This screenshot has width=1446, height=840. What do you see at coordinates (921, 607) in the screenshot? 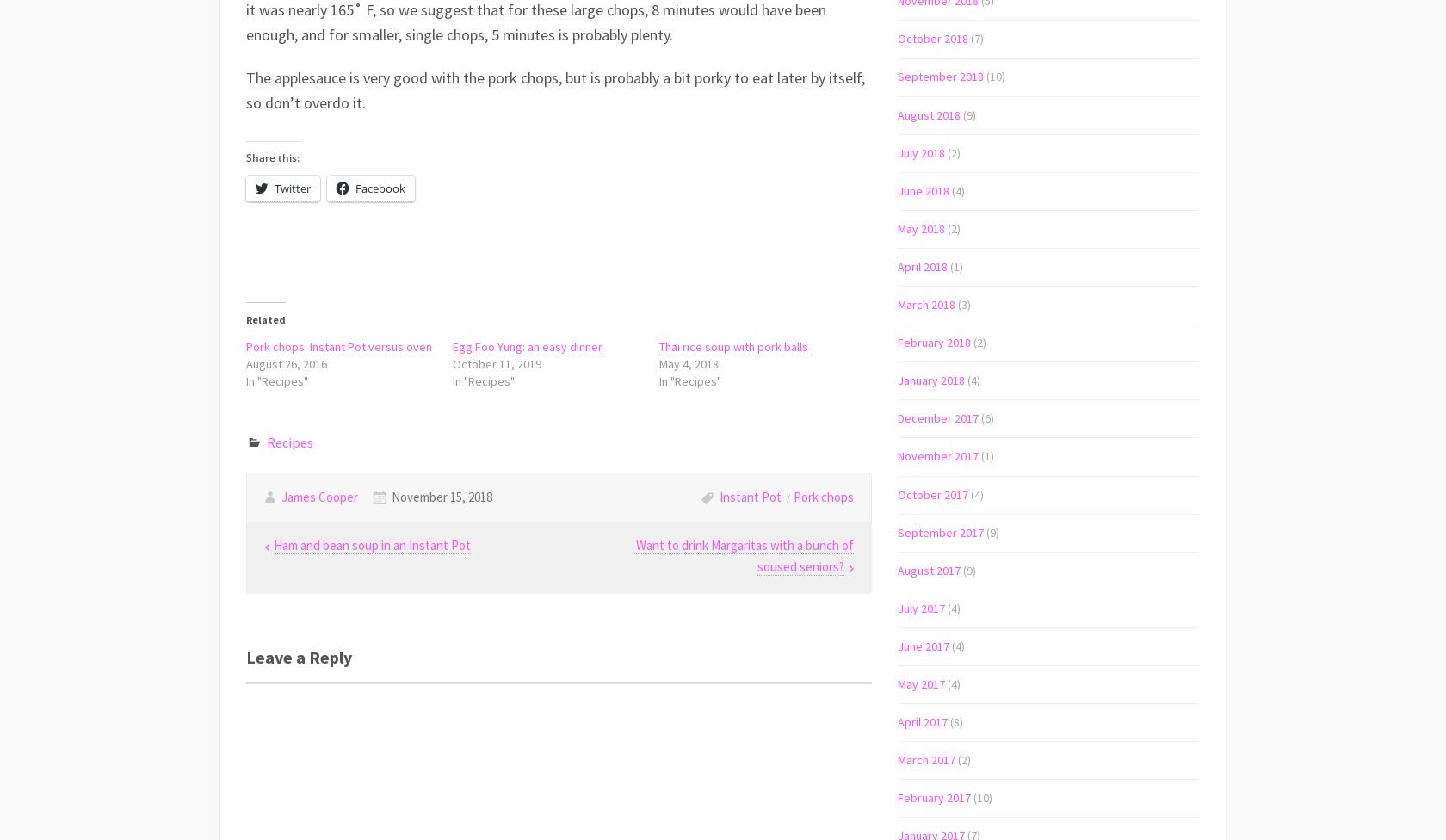
I see `'July 2017'` at bounding box center [921, 607].